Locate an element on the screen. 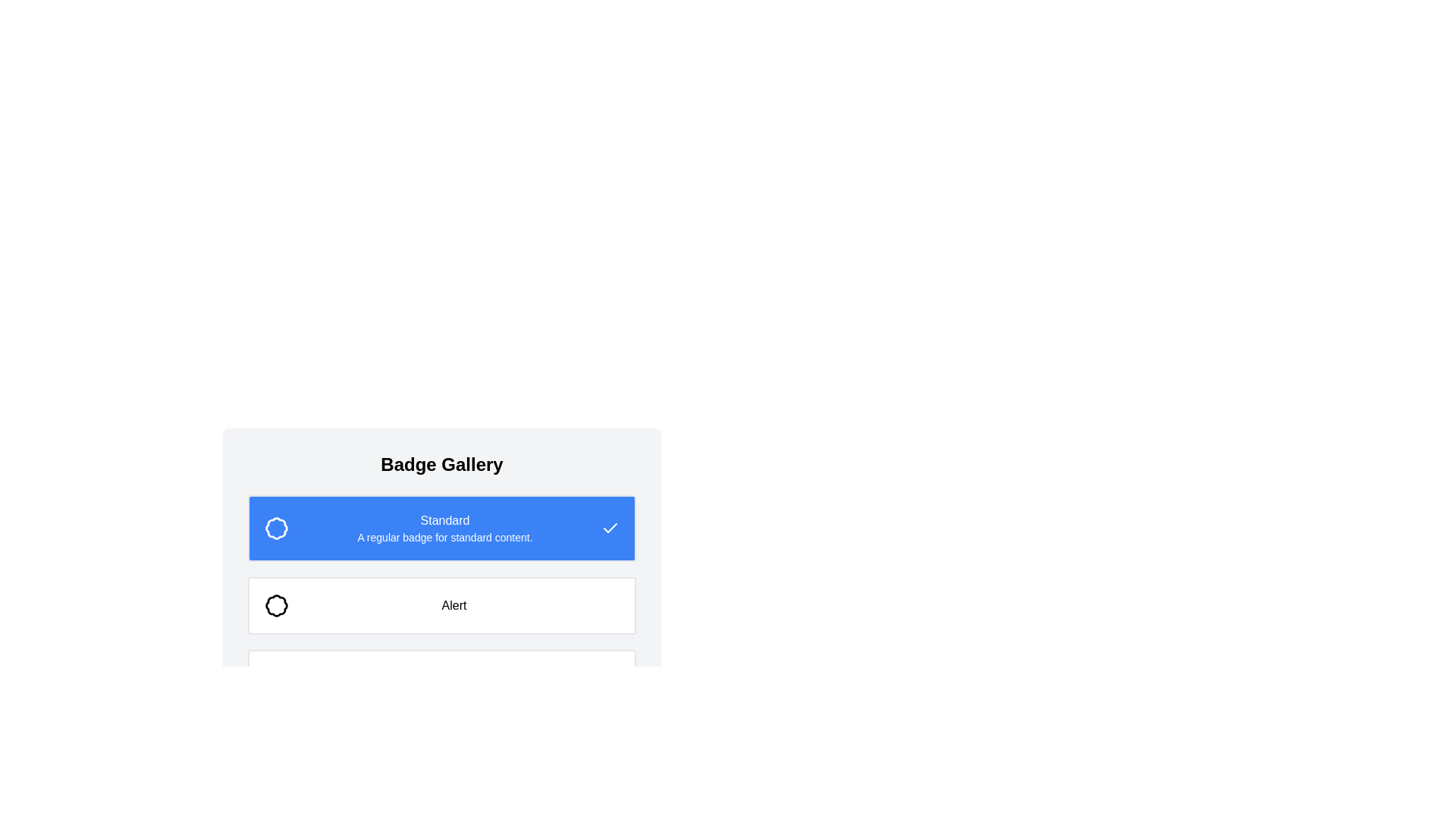  the first badge card titled 'Standard' is located at coordinates (441, 528).